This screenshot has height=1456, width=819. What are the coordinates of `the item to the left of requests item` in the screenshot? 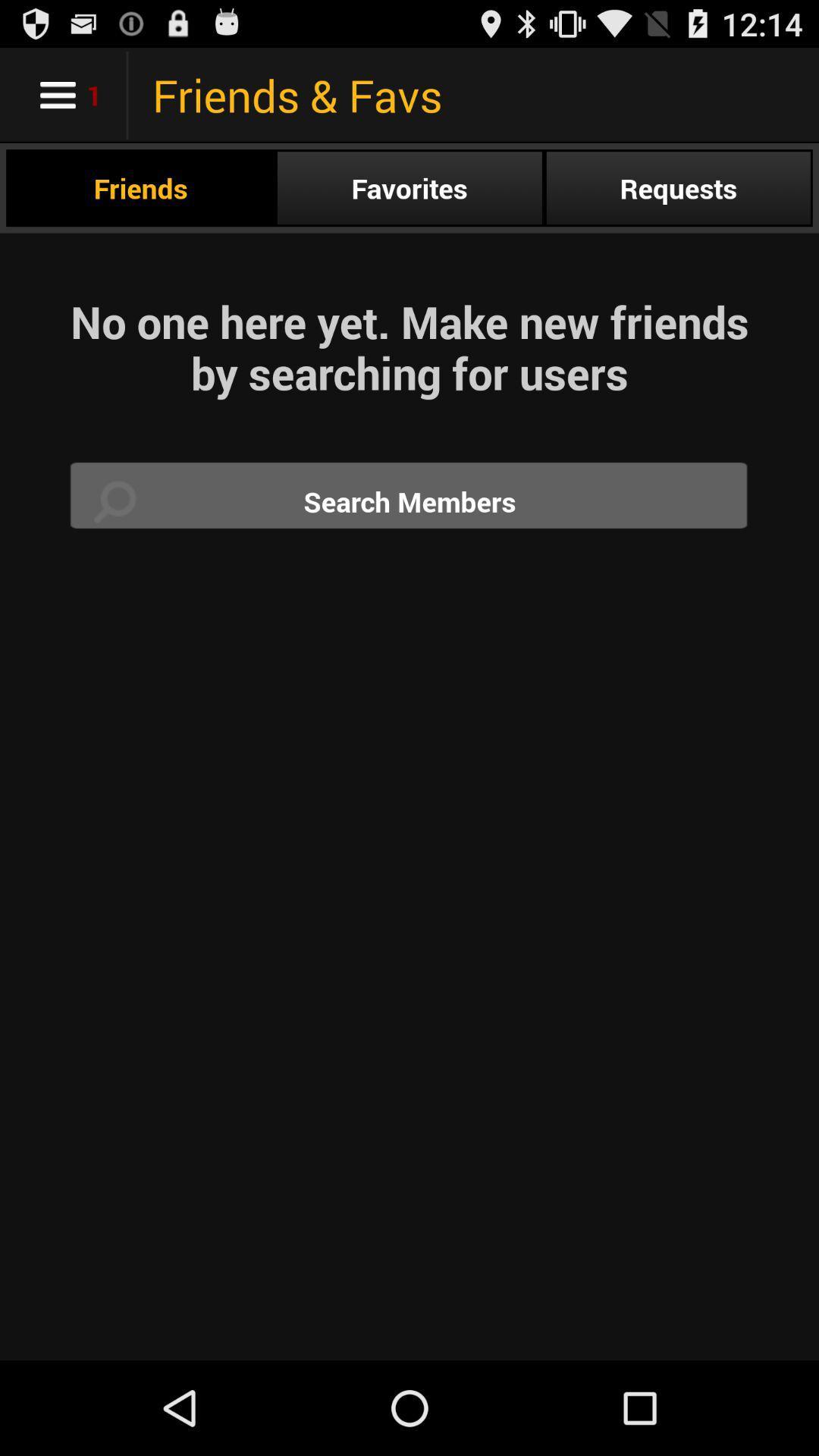 It's located at (409, 187).